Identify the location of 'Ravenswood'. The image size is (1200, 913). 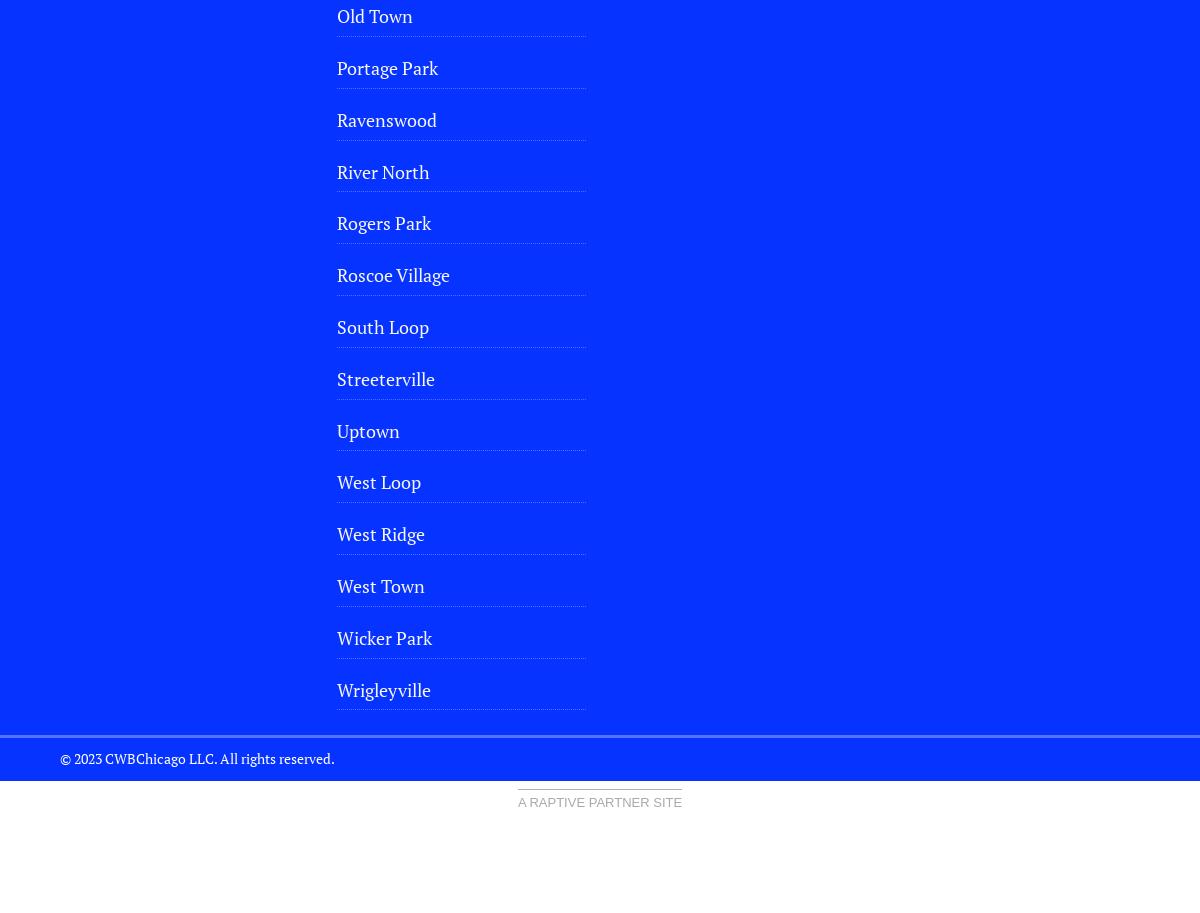
(386, 118).